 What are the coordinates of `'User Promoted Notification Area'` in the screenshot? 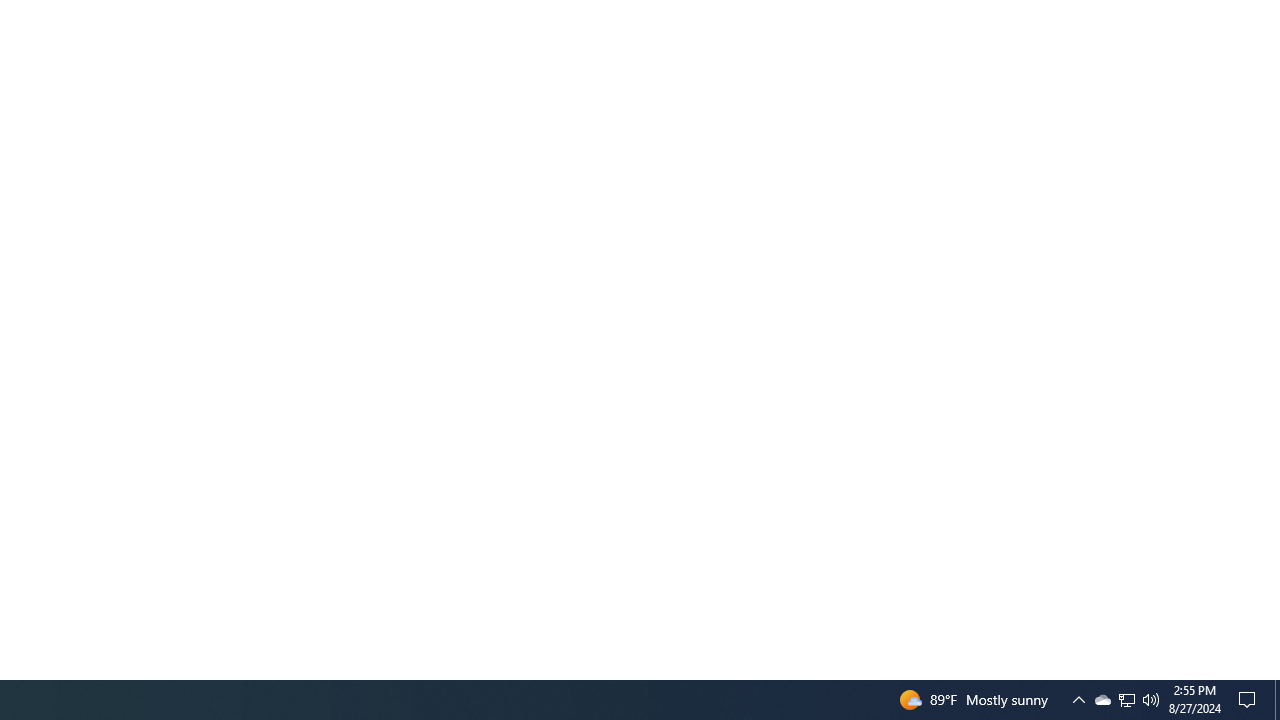 It's located at (1101, 698).